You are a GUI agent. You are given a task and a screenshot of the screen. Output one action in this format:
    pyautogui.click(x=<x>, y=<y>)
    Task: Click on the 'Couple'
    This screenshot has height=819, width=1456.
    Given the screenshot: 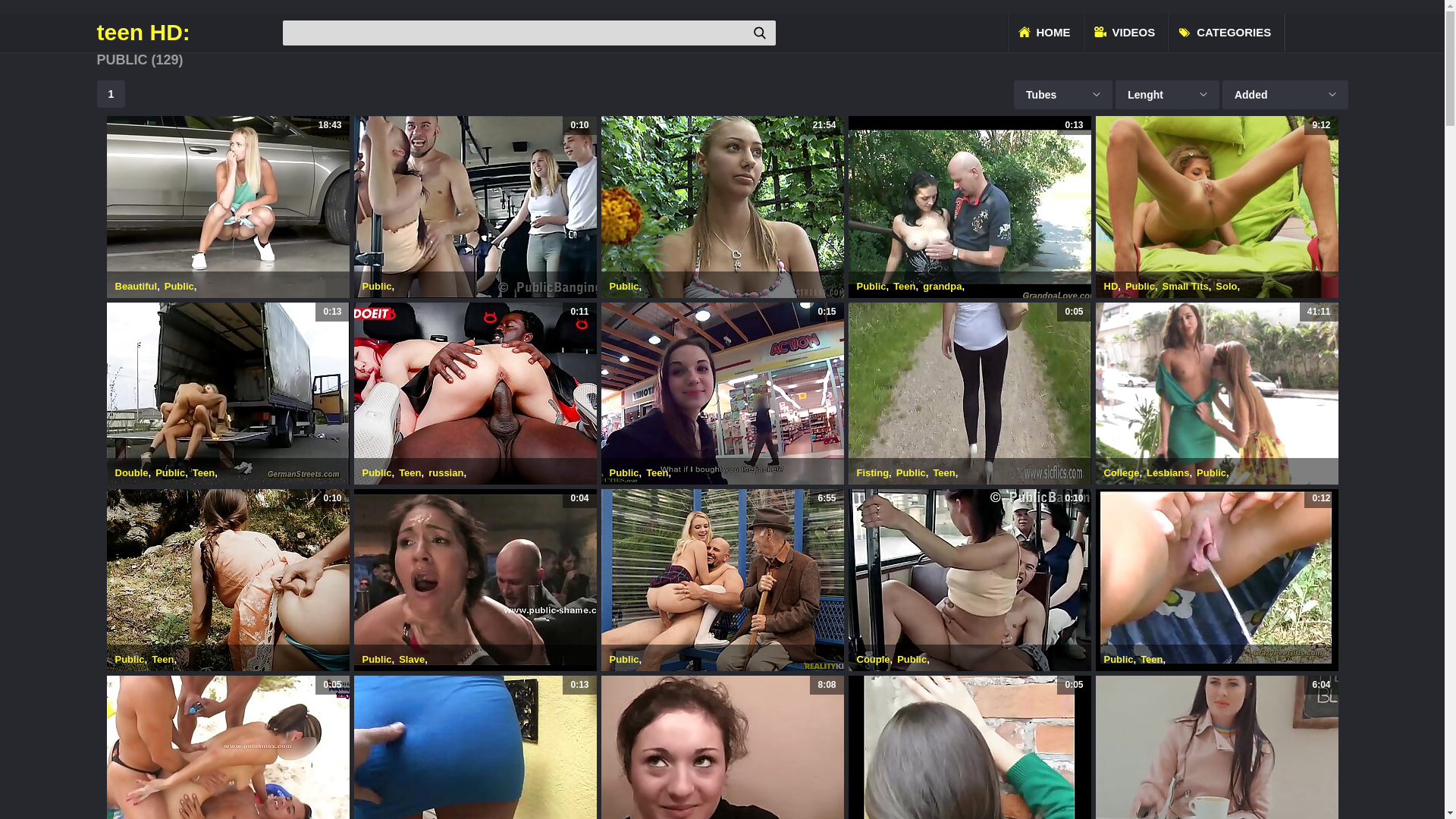 What is the action you would take?
    pyautogui.click(x=874, y=658)
    